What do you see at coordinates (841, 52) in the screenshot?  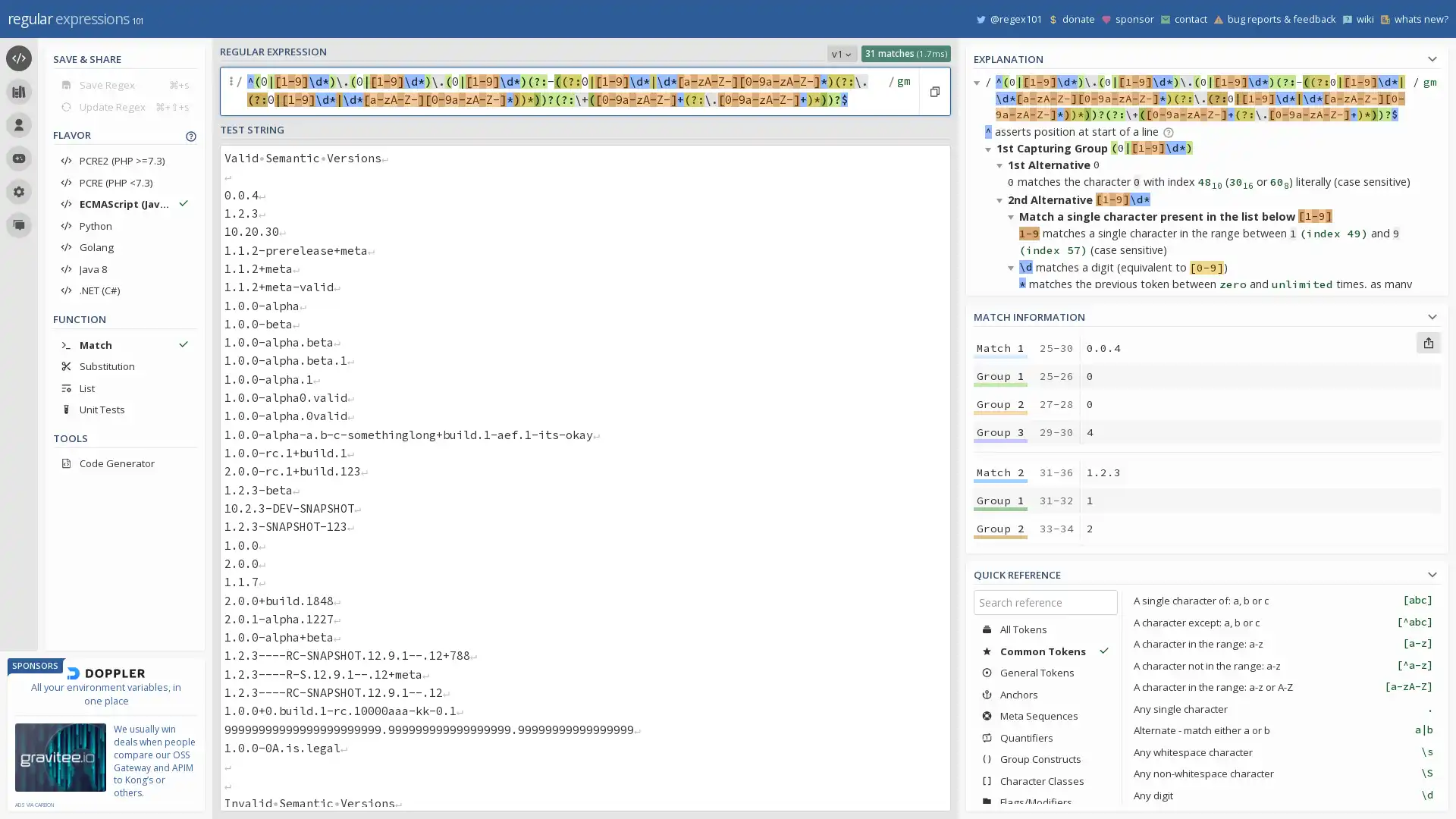 I see `Select Regex Version` at bounding box center [841, 52].